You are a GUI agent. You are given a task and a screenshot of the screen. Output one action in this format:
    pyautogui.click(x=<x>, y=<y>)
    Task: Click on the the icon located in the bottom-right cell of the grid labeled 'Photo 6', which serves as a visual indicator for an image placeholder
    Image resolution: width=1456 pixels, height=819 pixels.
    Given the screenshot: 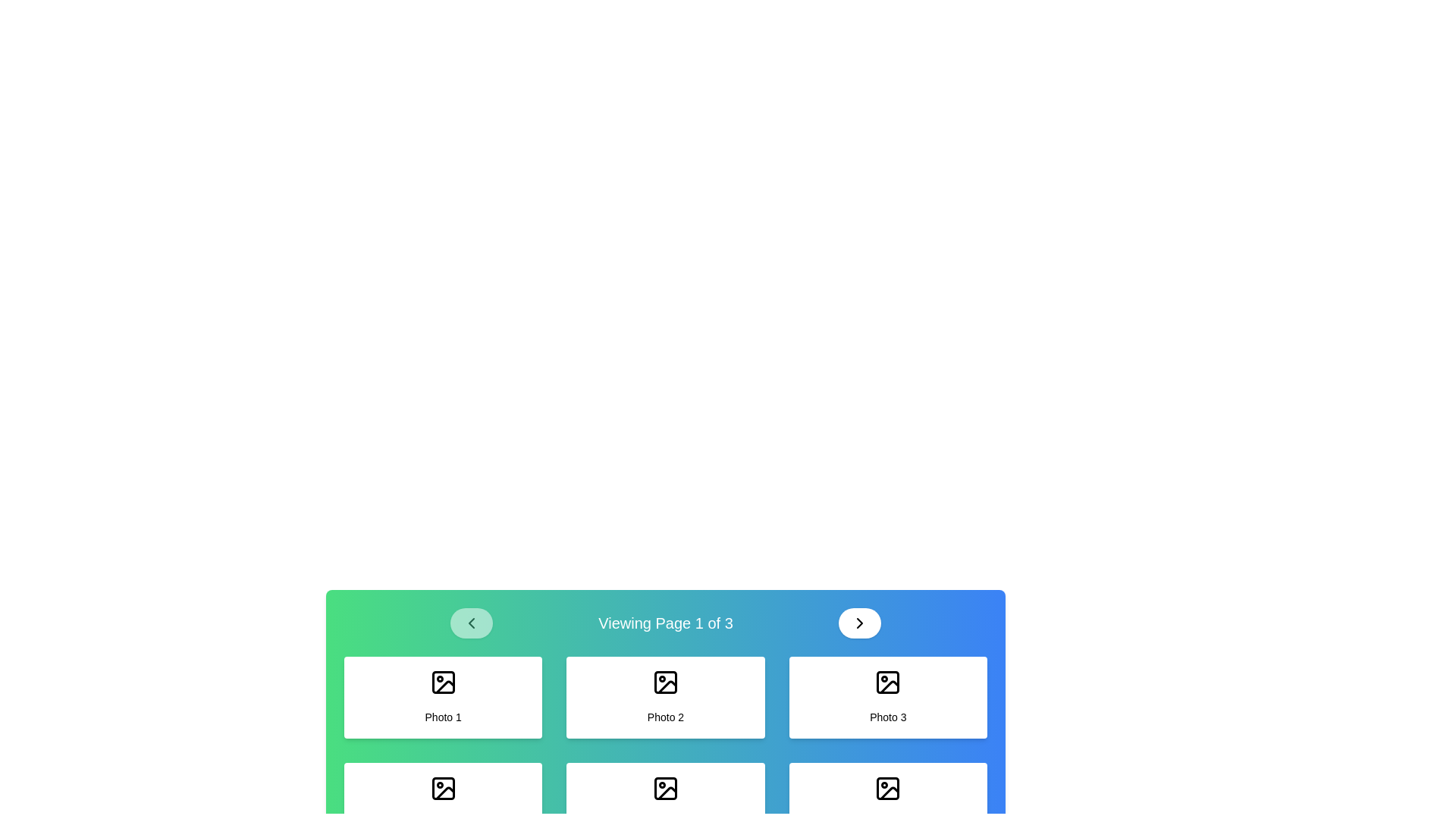 What is the action you would take?
    pyautogui.click(x=888, y=788)
    